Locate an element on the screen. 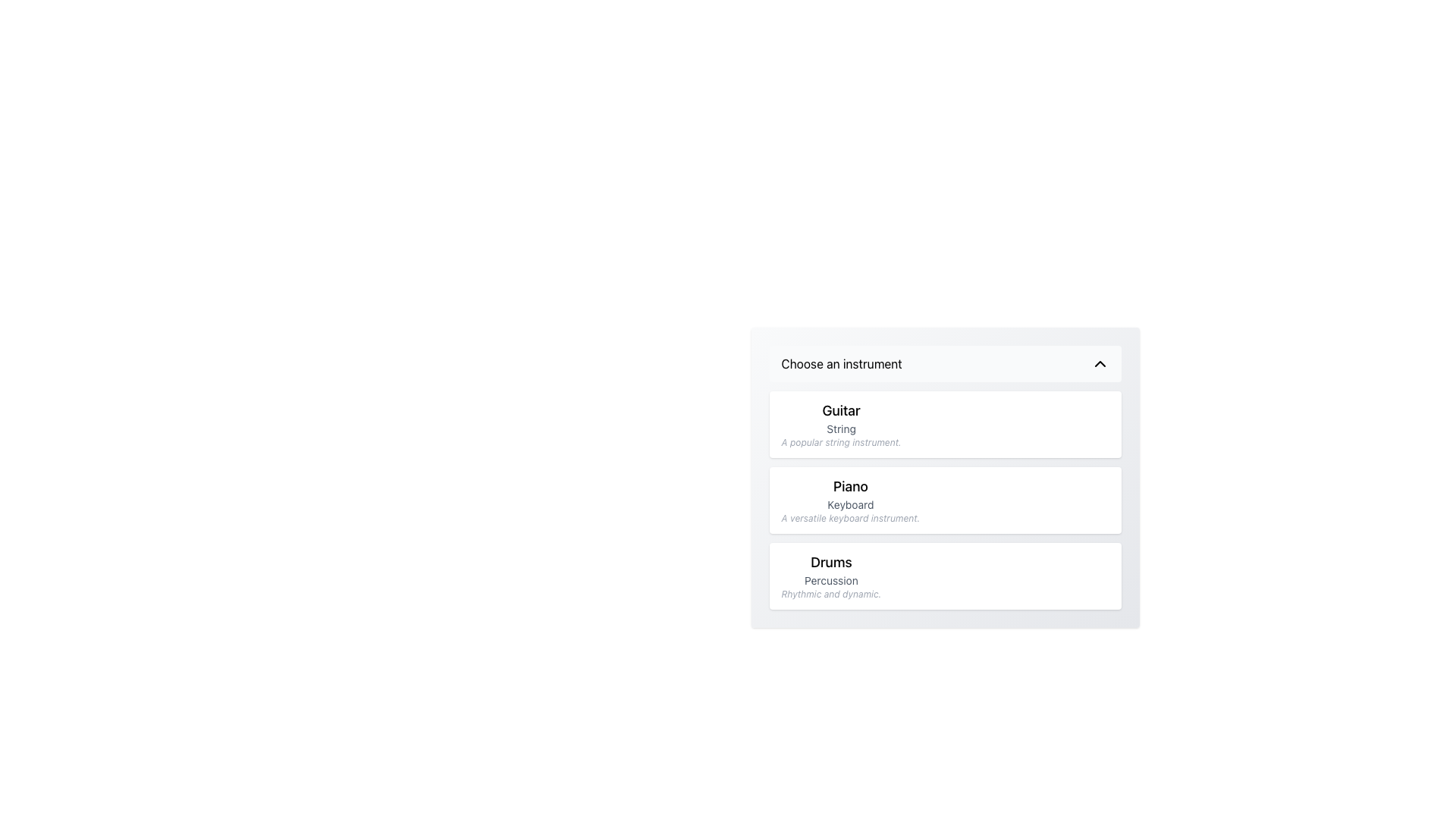  the text label that serves as a sub-label for the main text 'Guitar', providing additional clarification above the description 'A popular string instrument' is located at coordinates (840, 429).